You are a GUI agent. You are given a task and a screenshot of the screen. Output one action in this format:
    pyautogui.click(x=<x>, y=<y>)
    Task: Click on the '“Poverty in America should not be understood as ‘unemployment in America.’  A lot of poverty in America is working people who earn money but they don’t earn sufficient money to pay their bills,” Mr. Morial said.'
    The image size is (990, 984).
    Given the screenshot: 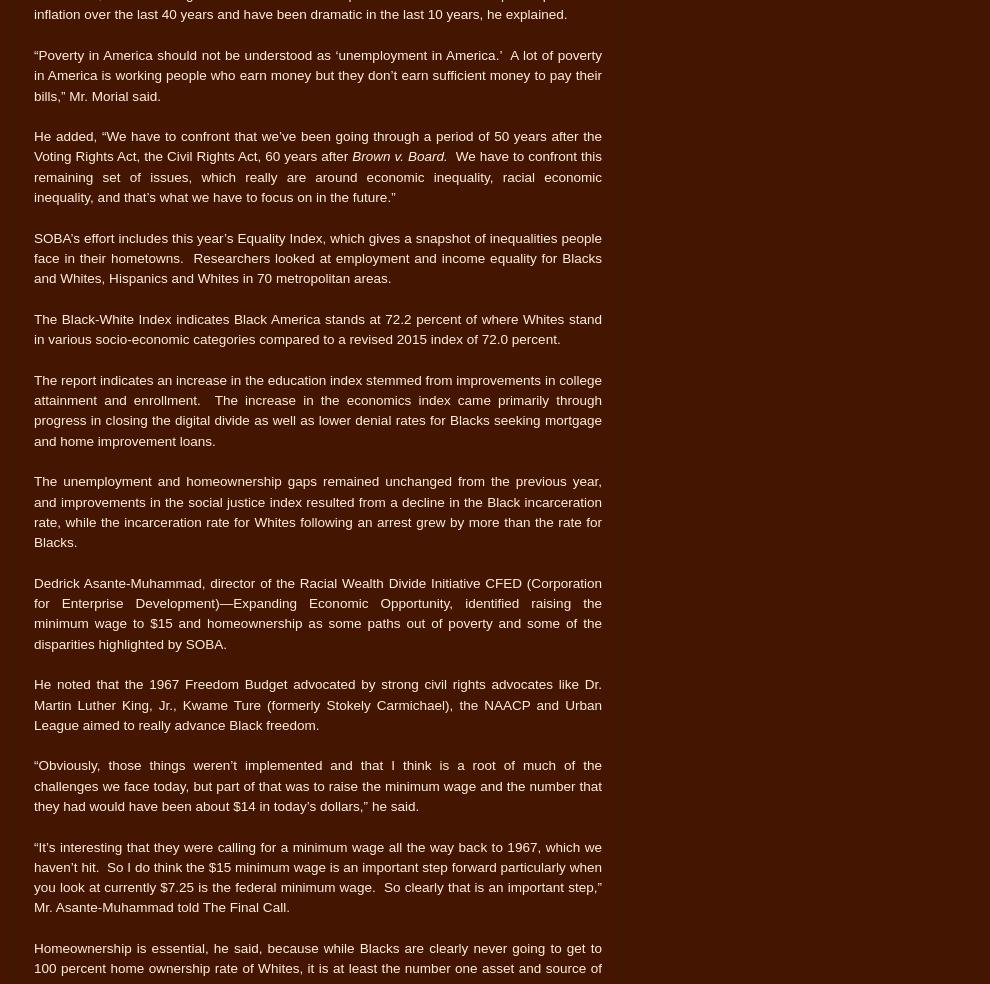 What is the action you would take?
    pyautogui.click(x=316, y=74)
    